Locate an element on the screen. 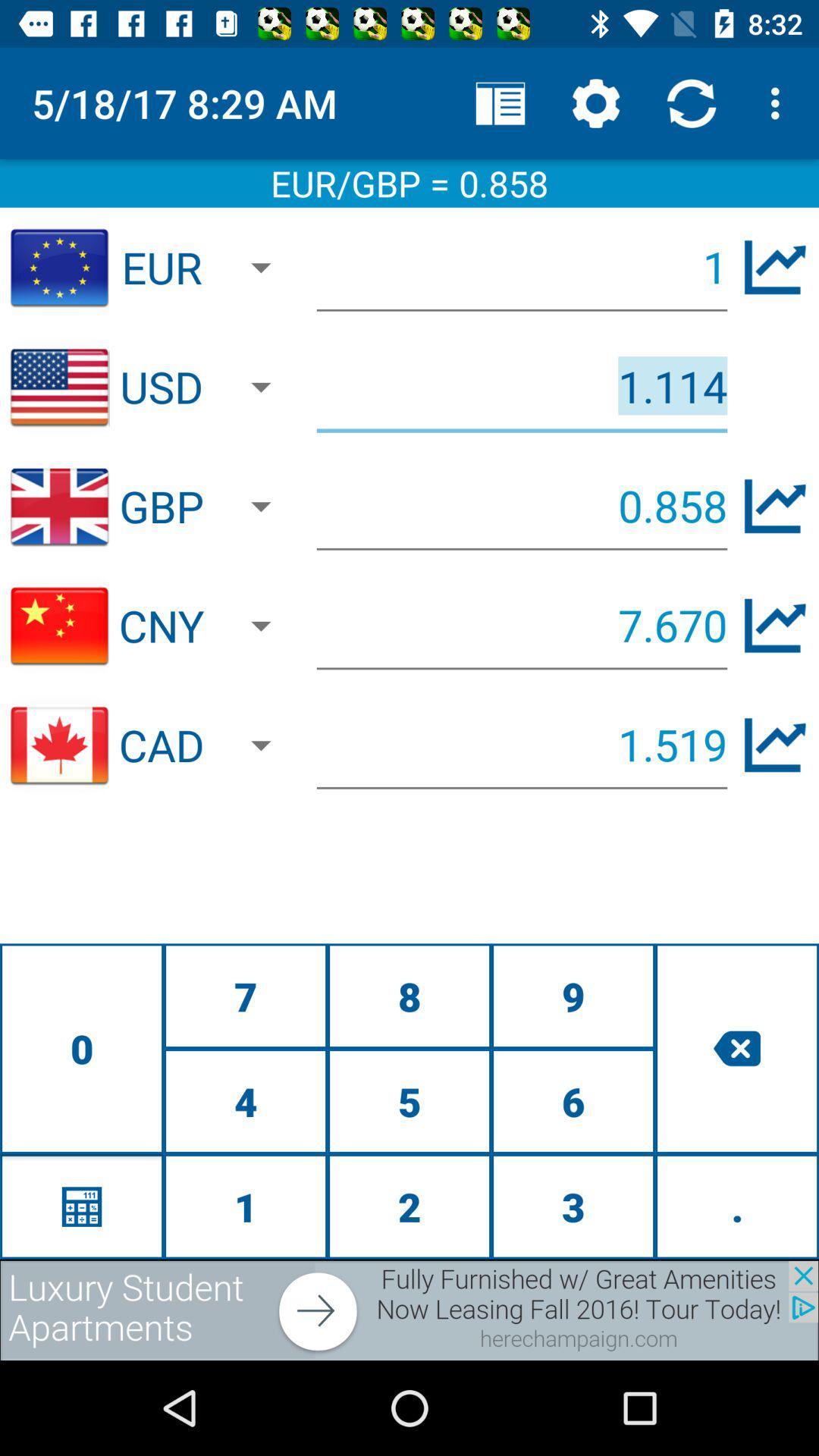 The height and width of the screenshot is (1456, 819). open advertisement is located at coordinates (409, 1310).